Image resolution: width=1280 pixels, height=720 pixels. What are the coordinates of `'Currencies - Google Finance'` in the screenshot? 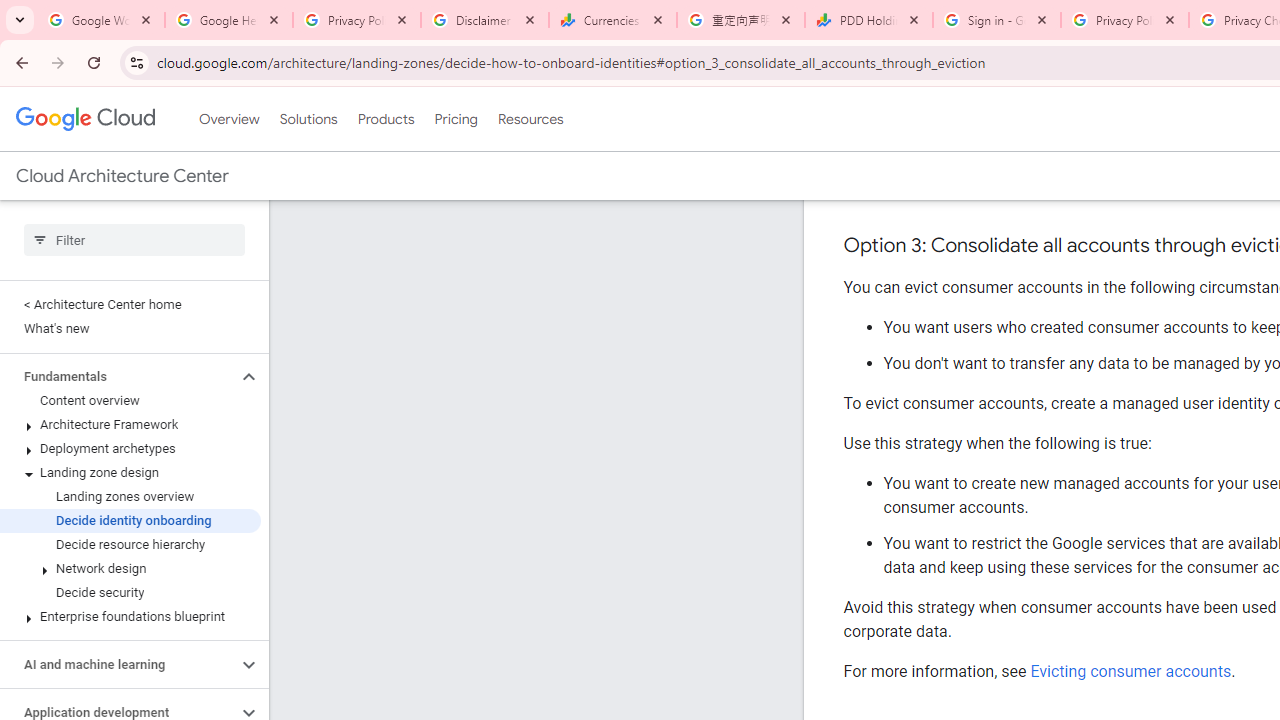 It's located at (612, 20).